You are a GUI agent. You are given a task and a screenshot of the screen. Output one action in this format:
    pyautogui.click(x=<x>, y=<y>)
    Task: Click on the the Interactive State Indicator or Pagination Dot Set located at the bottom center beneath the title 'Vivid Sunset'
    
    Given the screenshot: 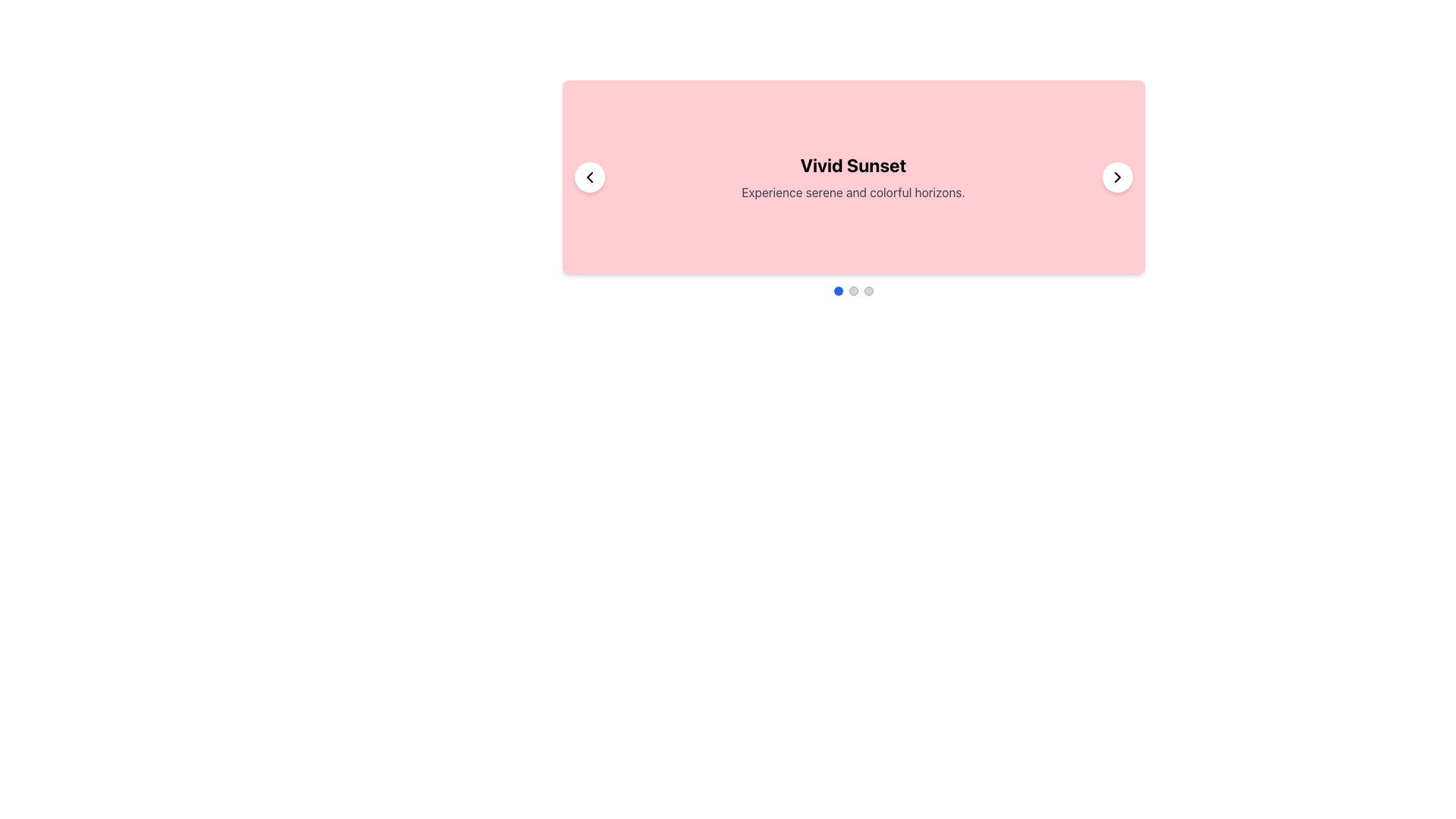 What is the action you would take?
    pyautogui.click(x=853, y=291)
    